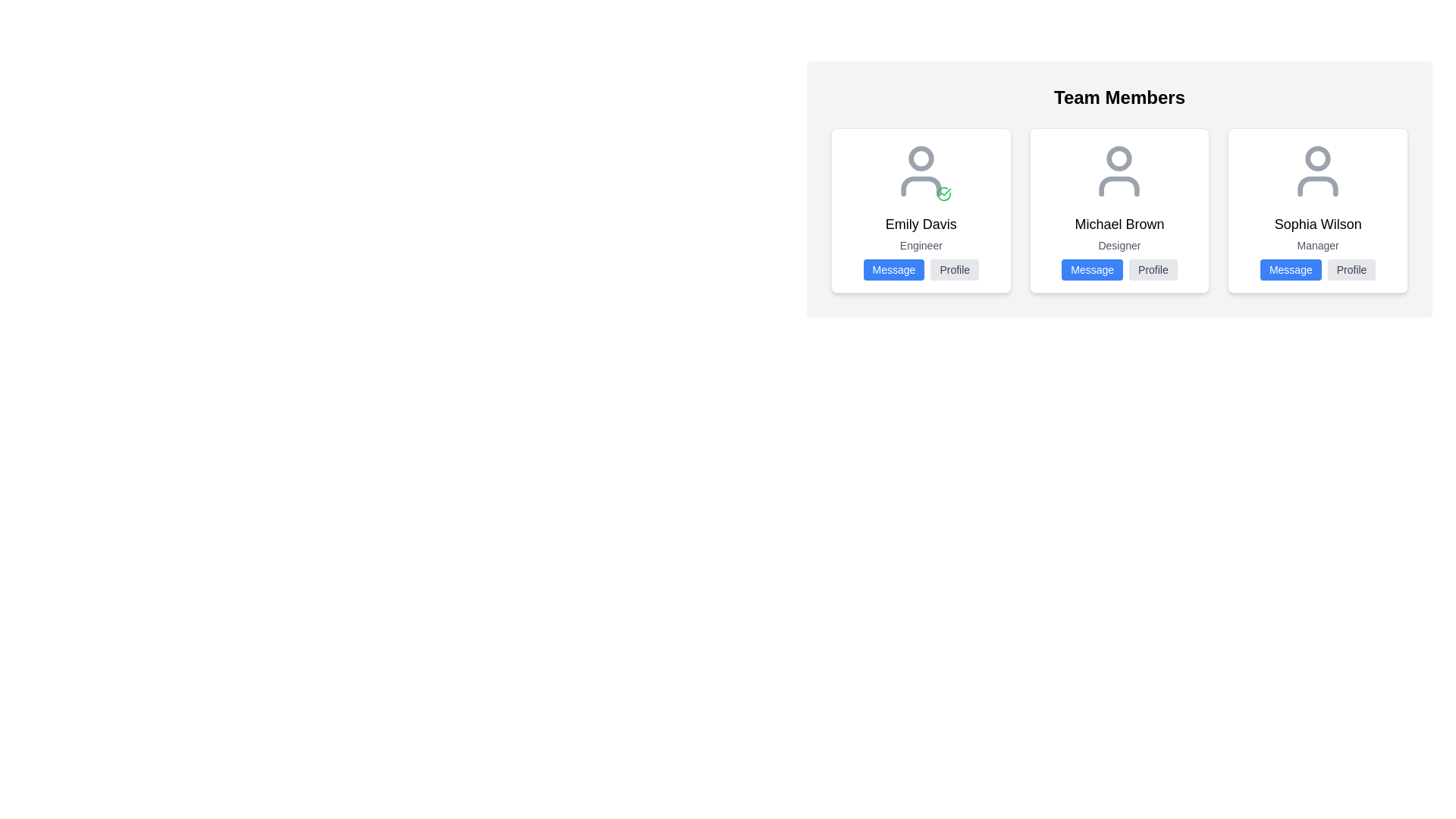  What do you see at coordinates (1092, 268) in the screenshot?
I see `the 'Message' button with white text on a blue background, located below the card for 'Michael Brown,' a Designer, in the Team Members section` at bounding box center [1092, 268].